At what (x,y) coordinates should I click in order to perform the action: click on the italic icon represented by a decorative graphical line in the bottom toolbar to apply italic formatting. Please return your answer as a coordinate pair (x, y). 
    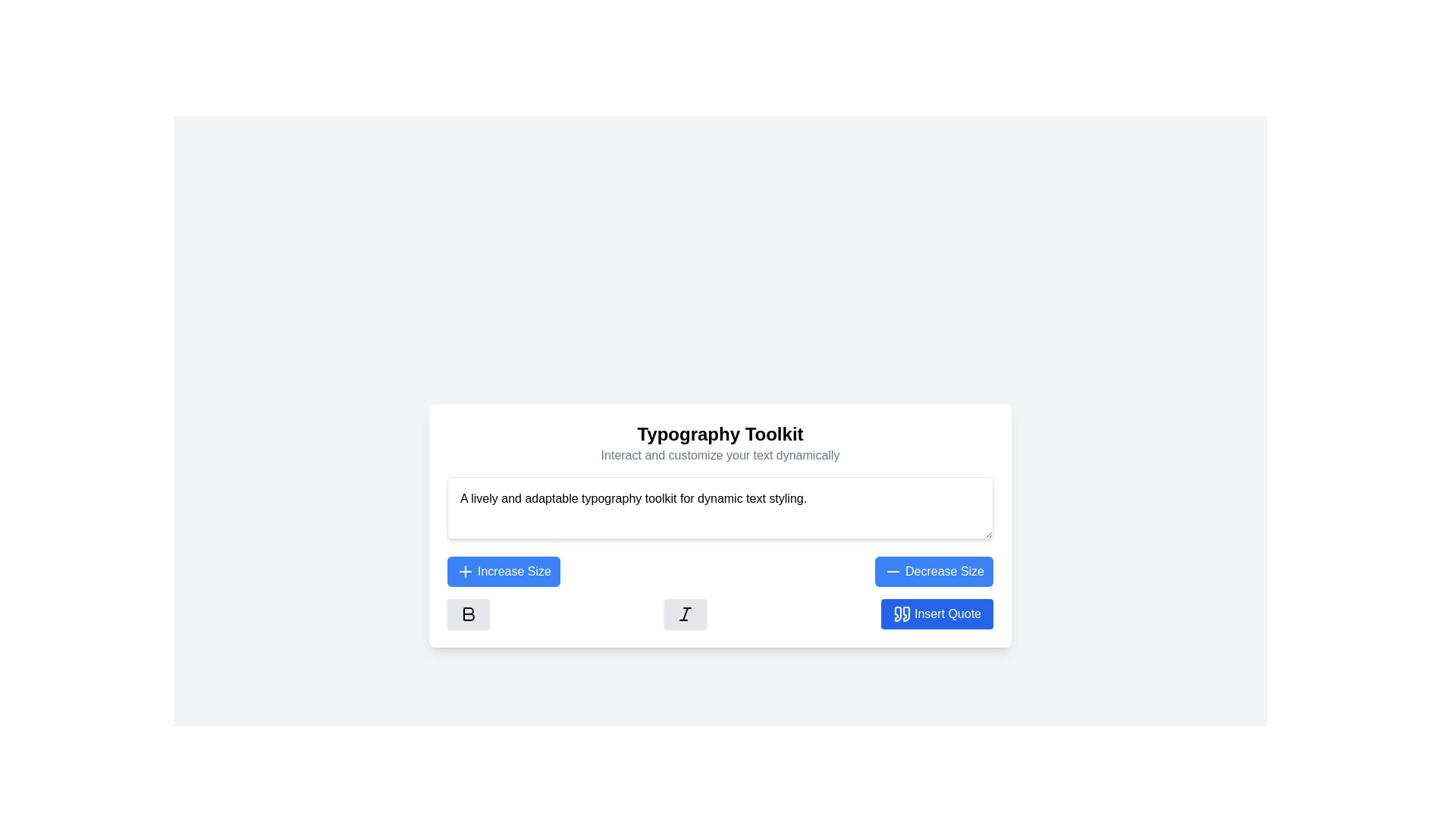
    Looking at the image, I should click on (684, 613).